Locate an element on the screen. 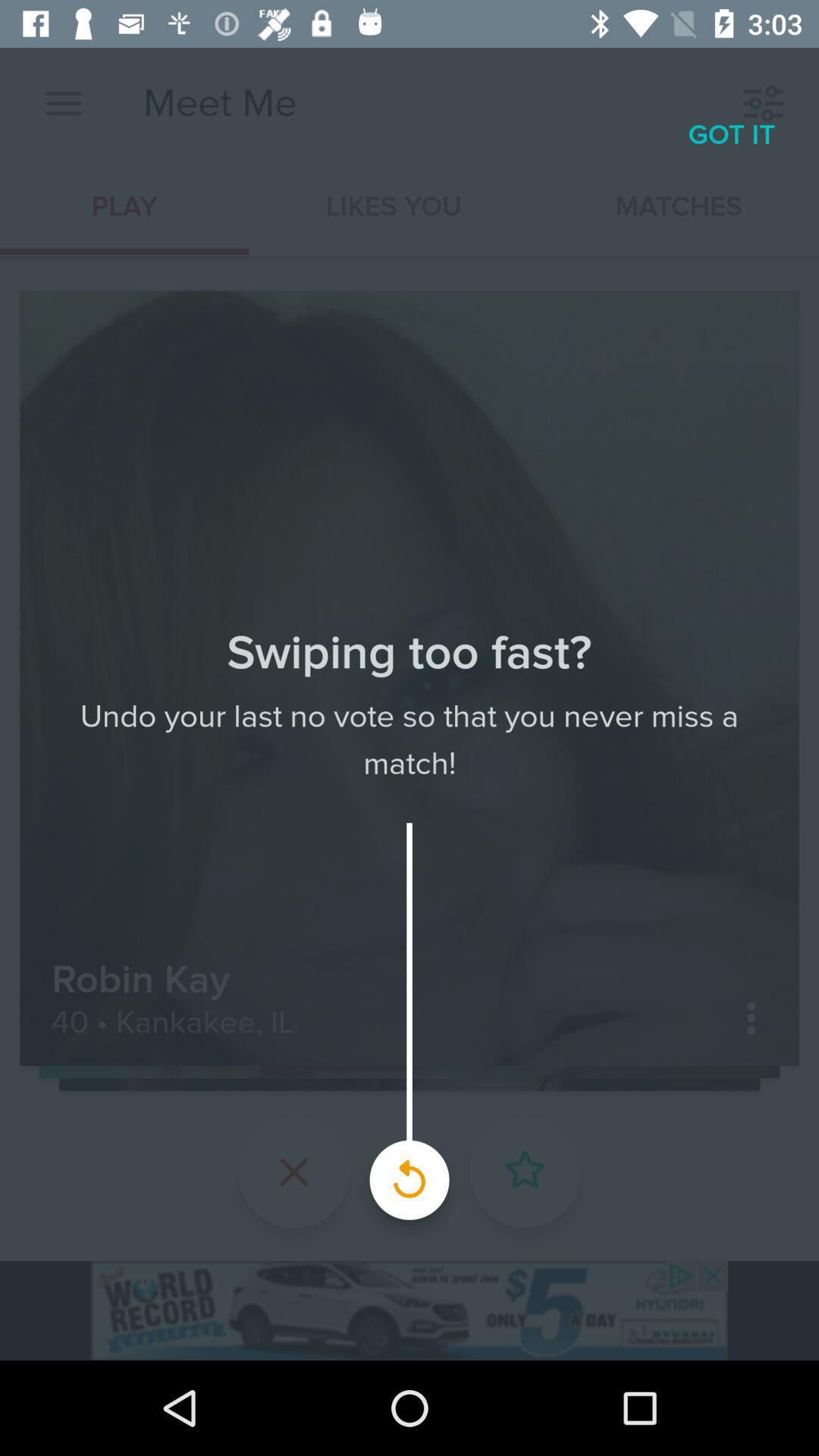  the undo icon is located at coordinates (409, 1171).